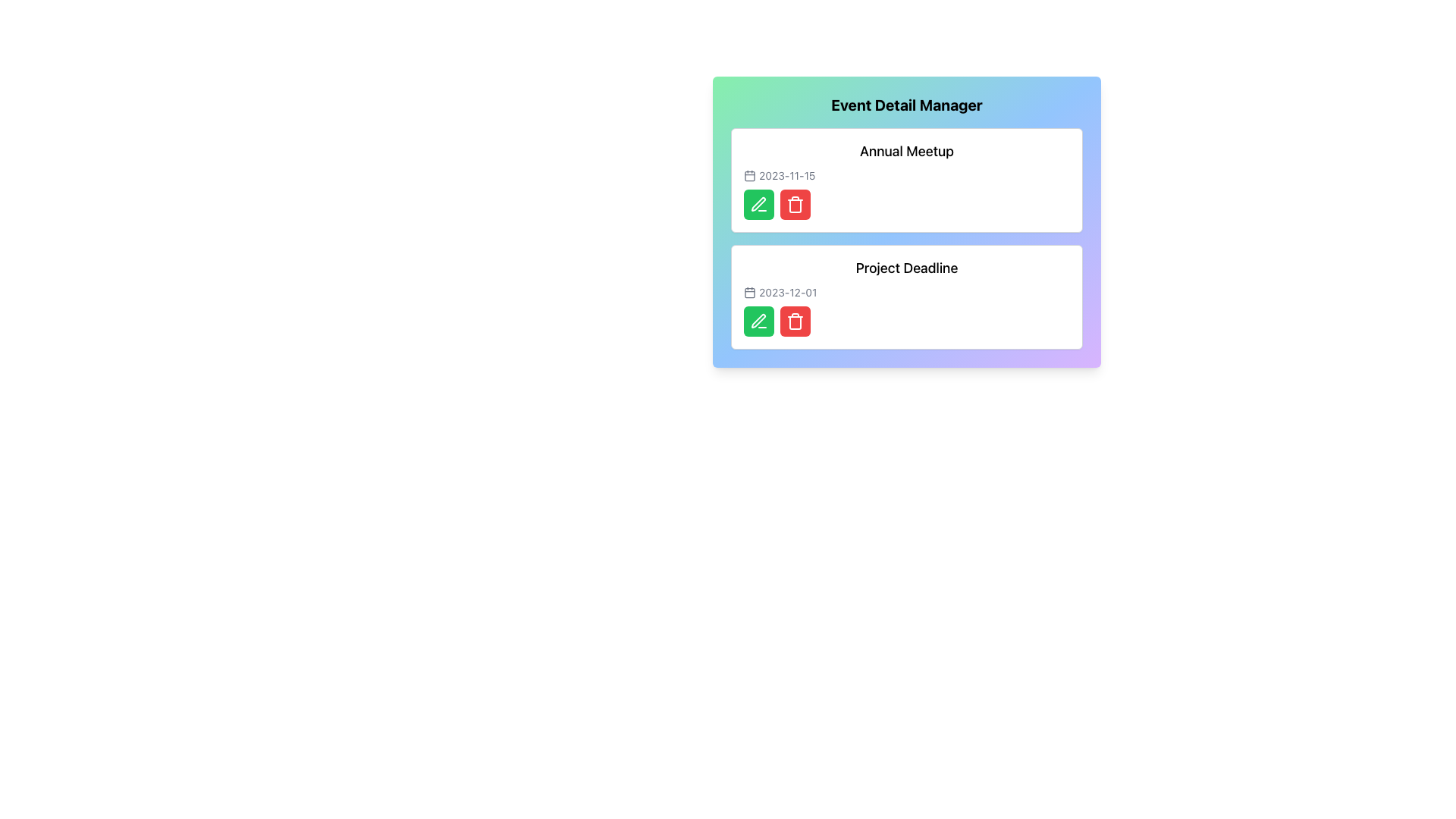 The height and width of the screenshot is (819, 1456). I want to click on the miniature calendar icon, which is a small square-shaped icon with a light gray or white outline, located to the left of the date '2023-11-15' in the upper section of the interface, so click(749, 174).